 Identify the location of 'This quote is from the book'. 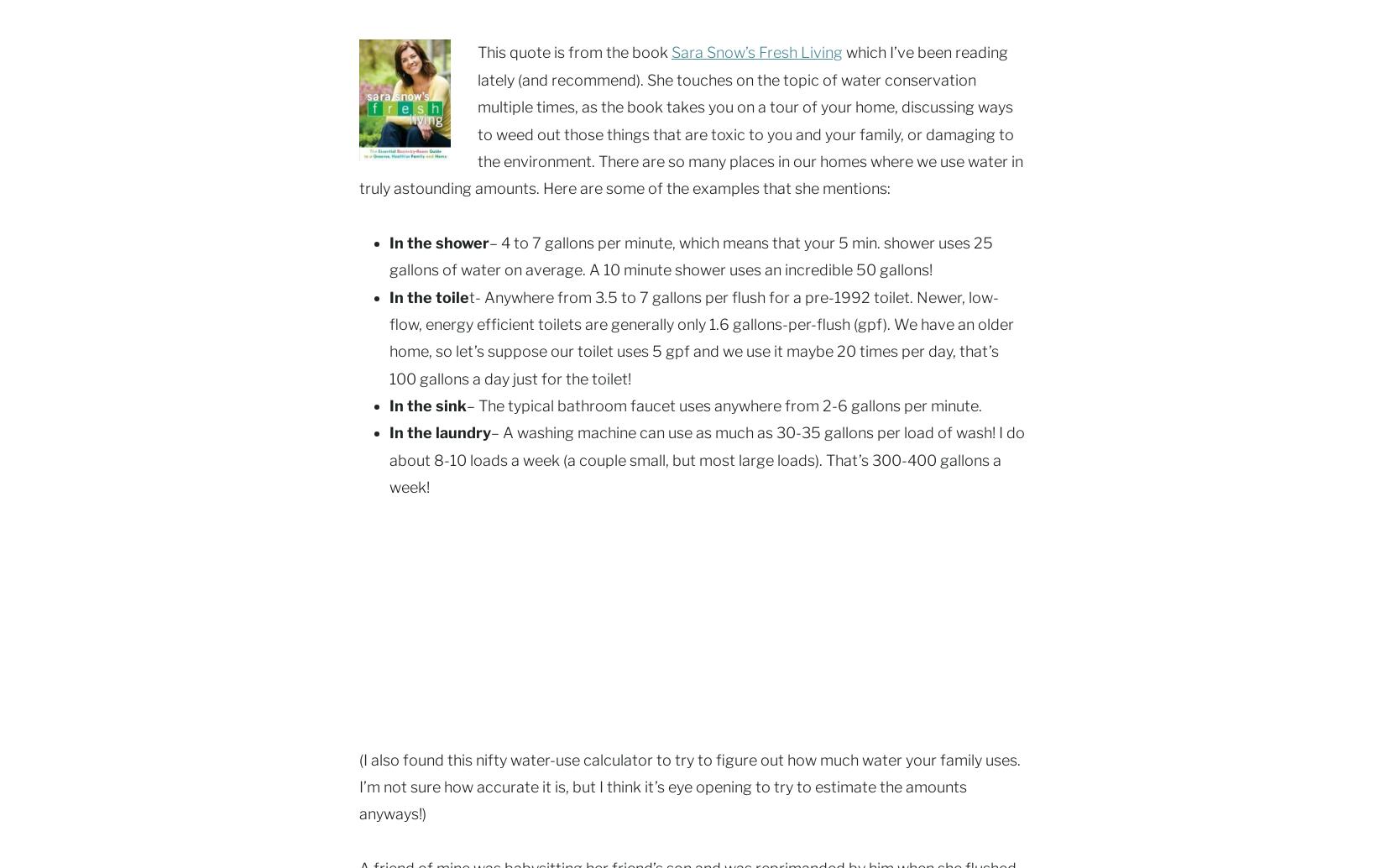
(573, 52).